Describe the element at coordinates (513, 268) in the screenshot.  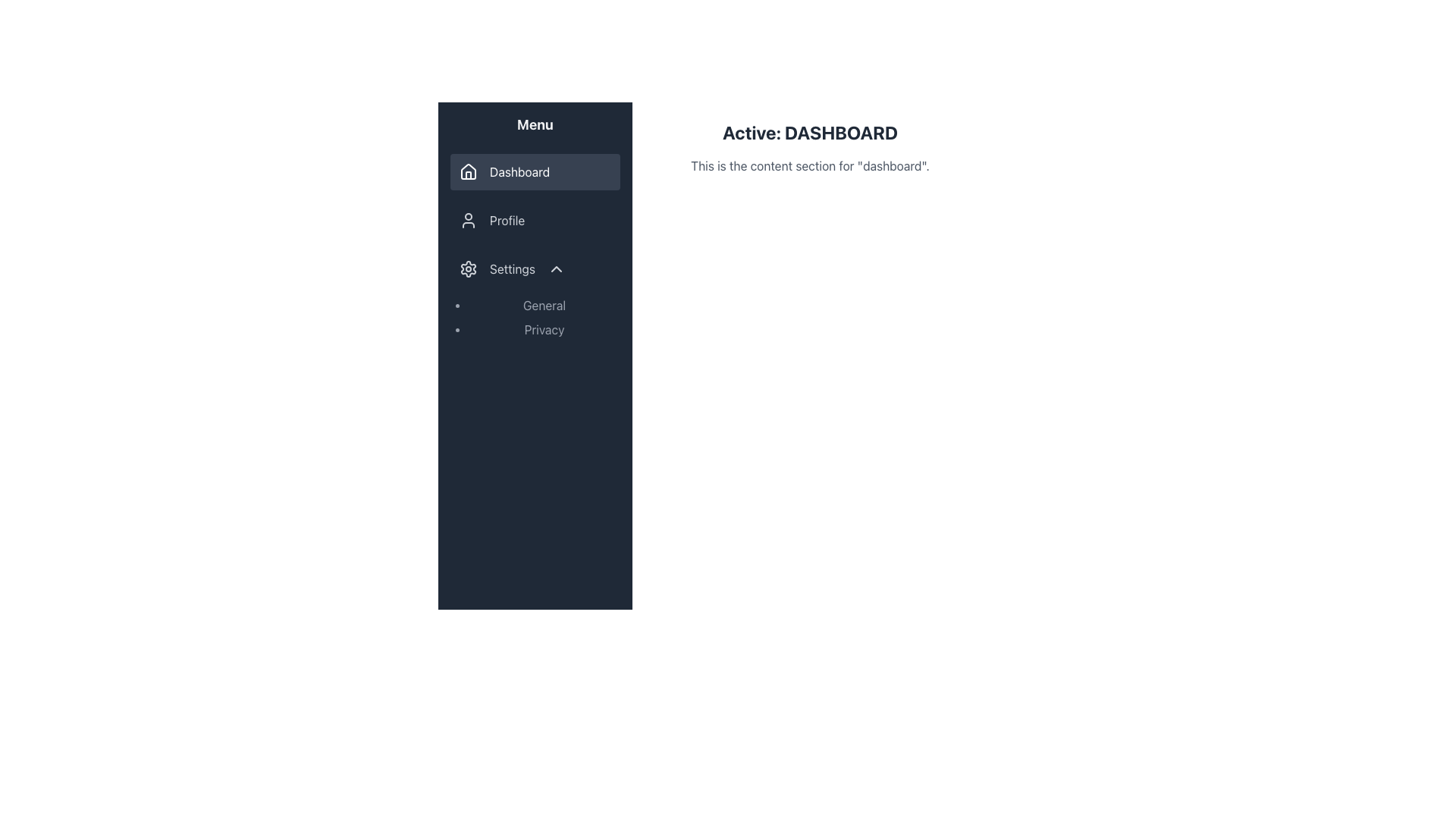
I see `the Text Label that activates the settings section of the application, located in the left-side navigation menu, directly to the right of the gear icon, and is the third item in the vertical list` at that location.